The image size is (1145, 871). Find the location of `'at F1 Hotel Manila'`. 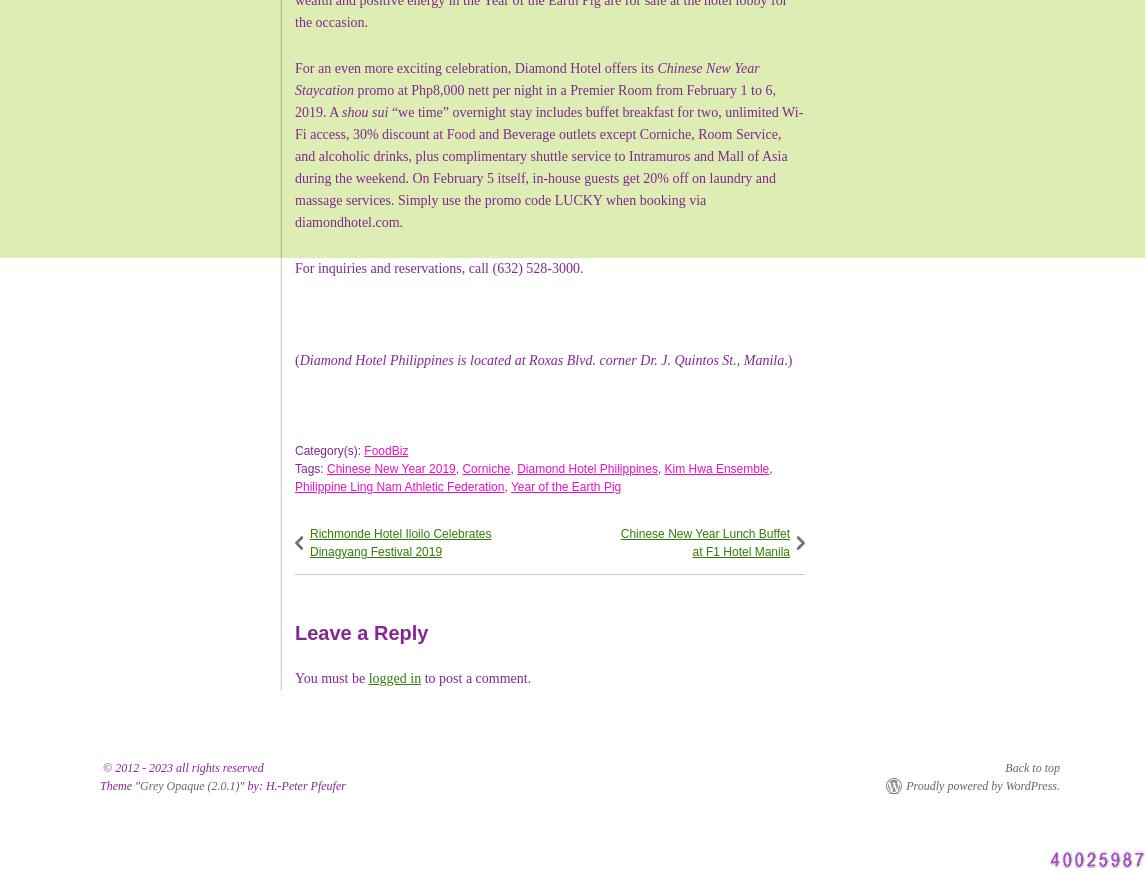

'at F1 Hotel Manila' is located at coordinates (740, 550).